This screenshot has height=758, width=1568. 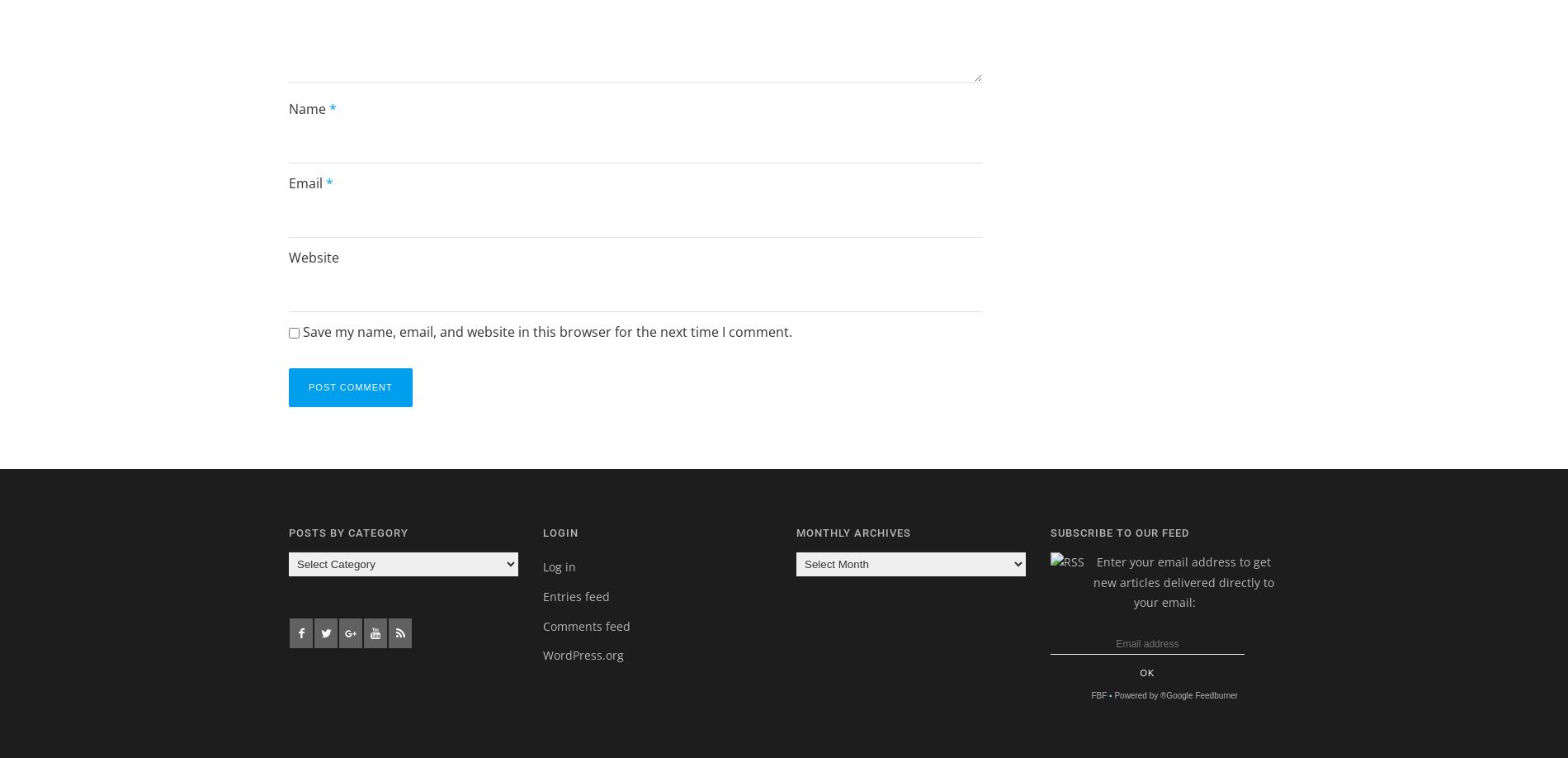 What do you see at coordinates (583, 655) in the screenshot?
I see `'WordPress.org'` at bounding box center [583, 655].